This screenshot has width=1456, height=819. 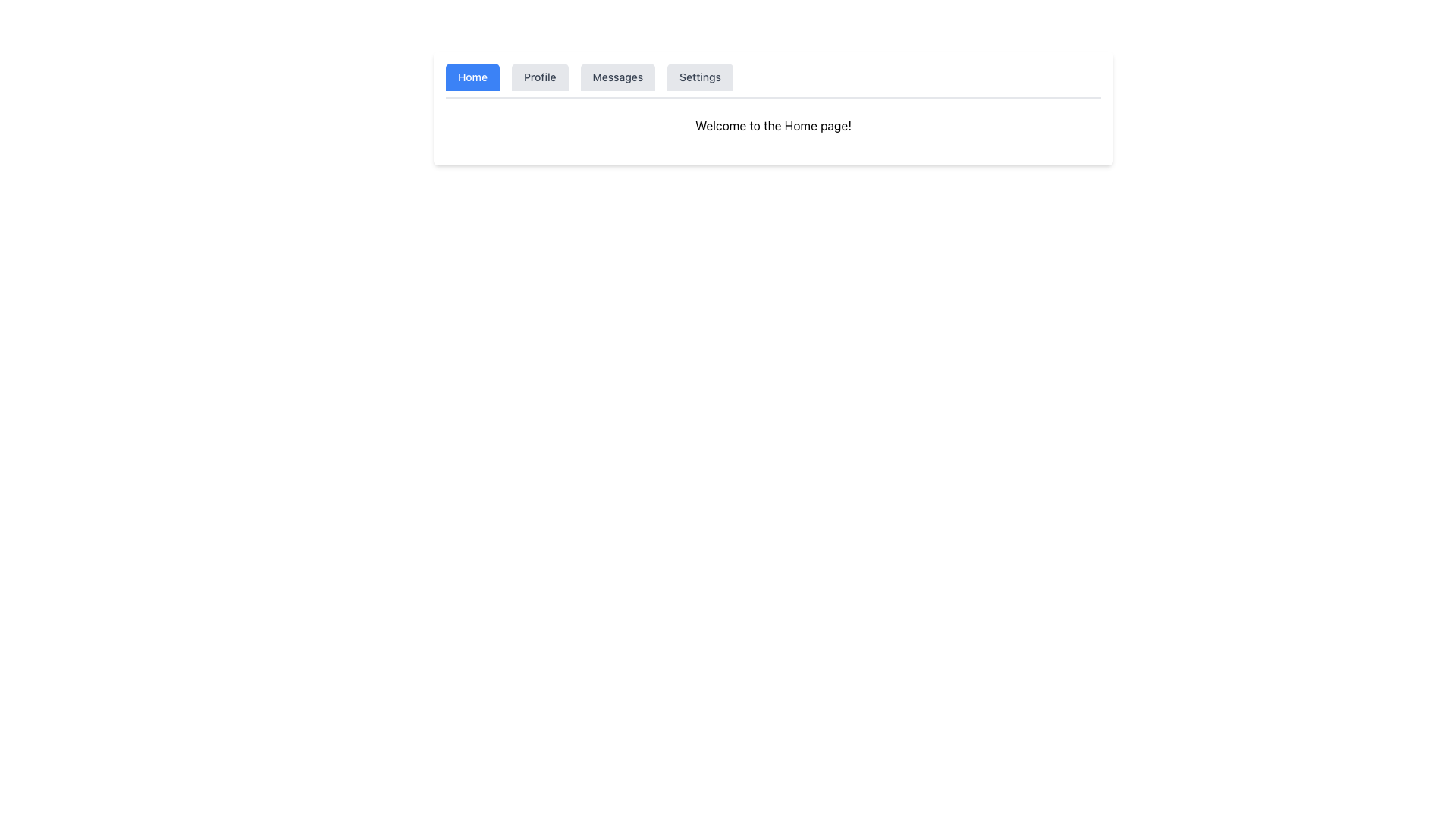 I want to click on the text displaying 'Welcome to the Home page!' which is centered below the navigation bar, so click(x=773, y=124).